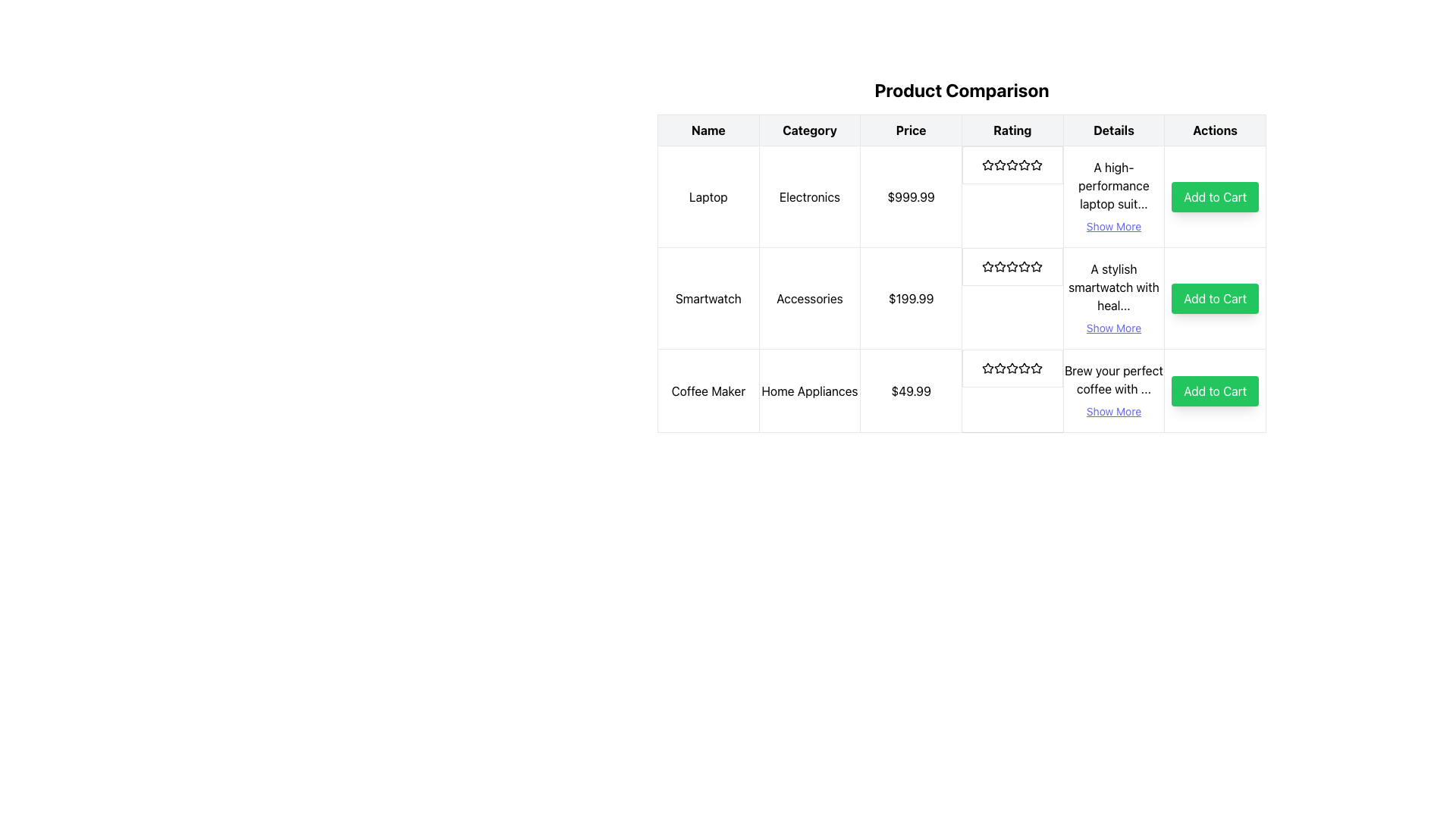 This screenshot has width=1456, height=819. I want to click on the fourth star in the series of five stars representing the rating for the 'Coffee Maker' product, so click(1025, 368).